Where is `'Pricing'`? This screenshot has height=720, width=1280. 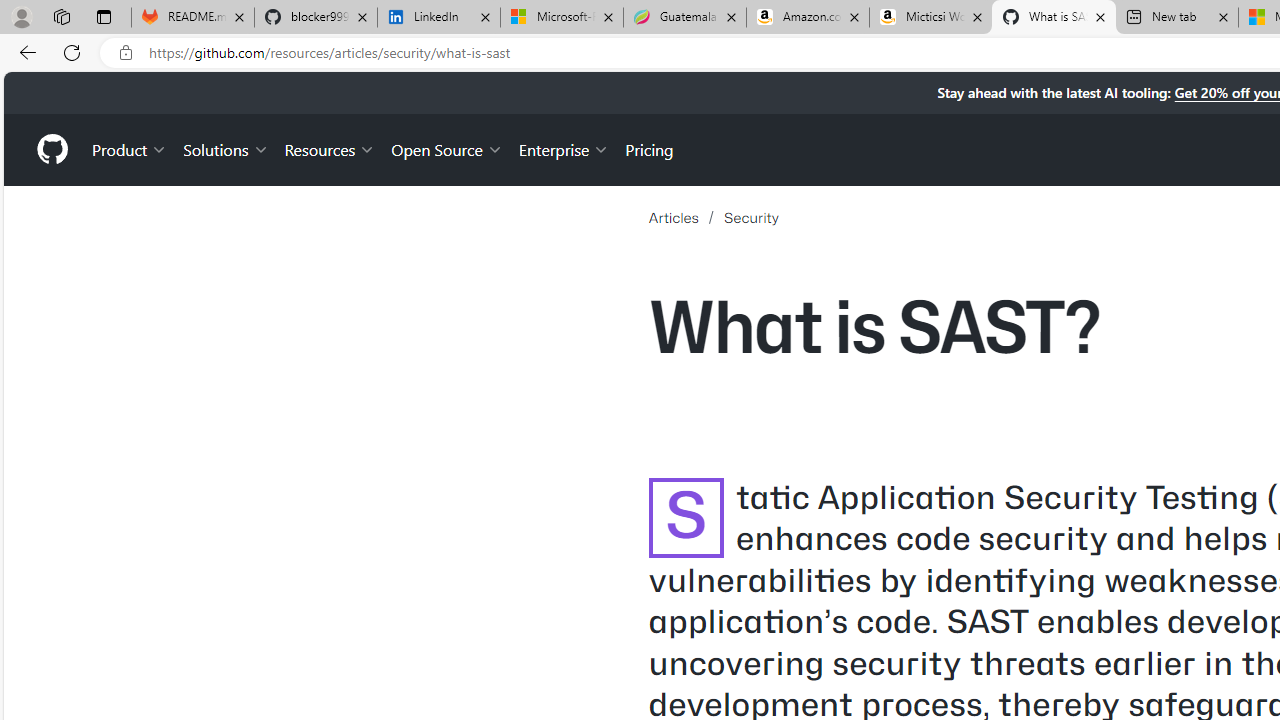
'Pricing' is located at coordinates (649, 148).